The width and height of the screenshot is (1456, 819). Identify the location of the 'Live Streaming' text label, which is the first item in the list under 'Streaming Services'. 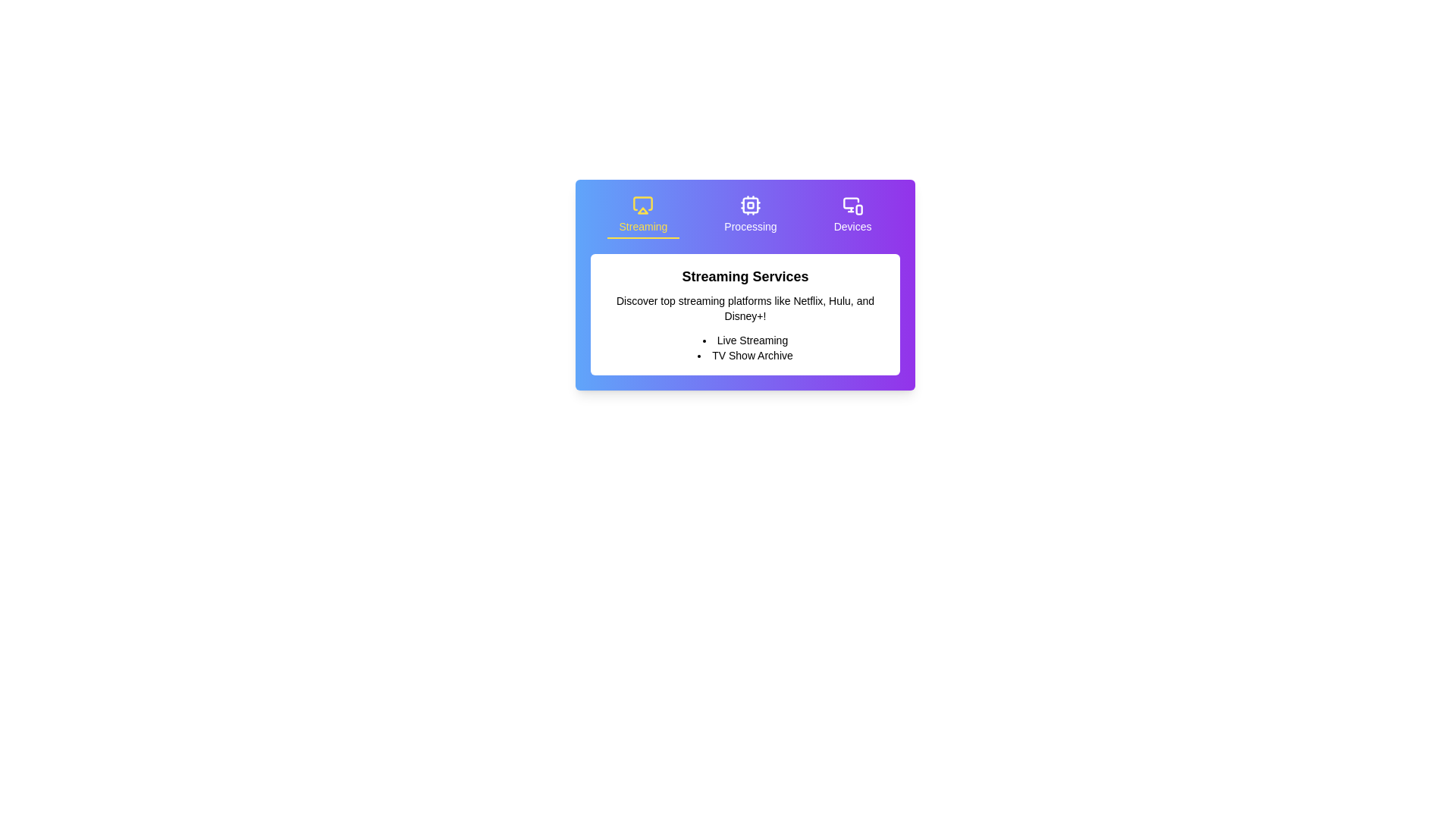
(745, 339).